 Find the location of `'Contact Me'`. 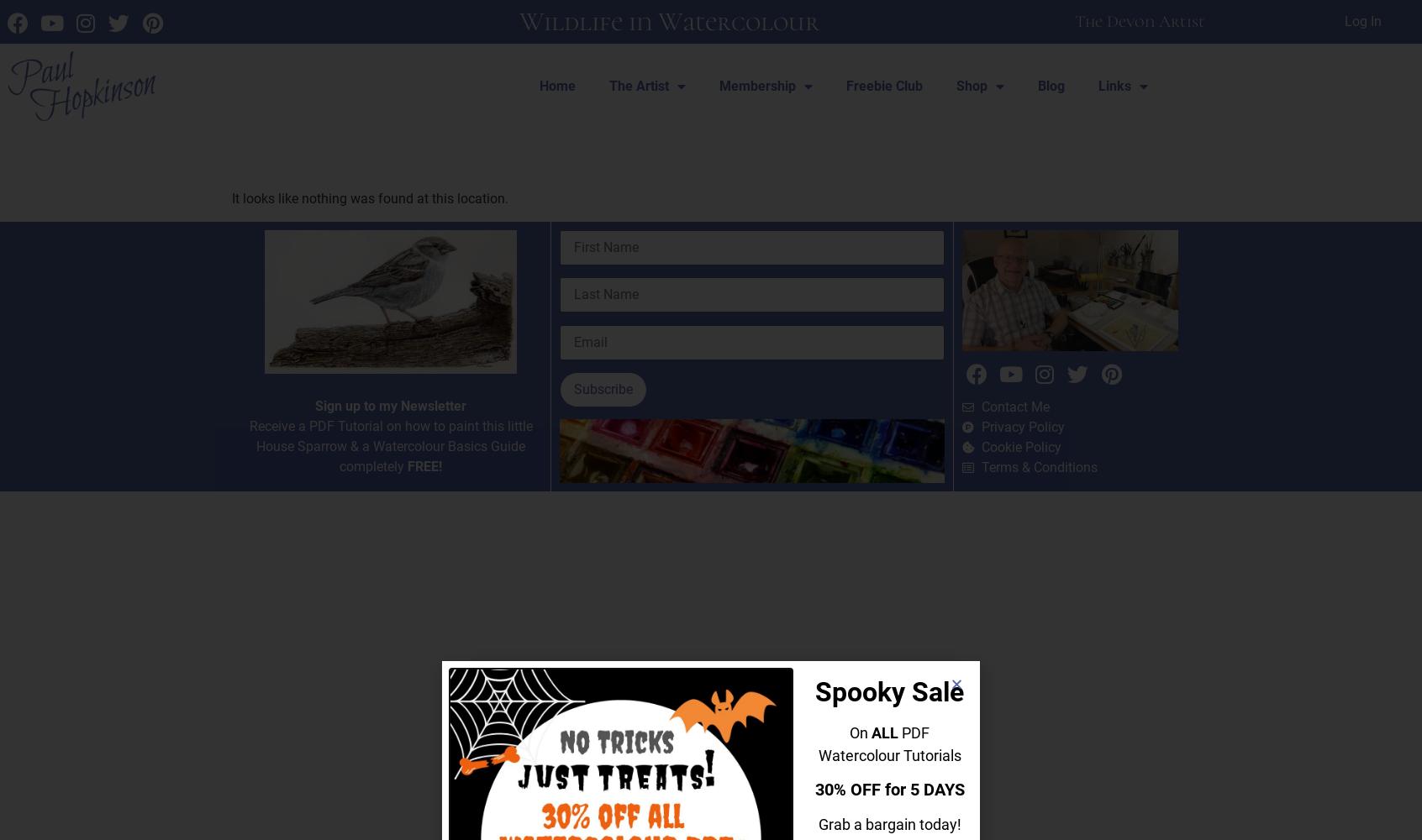

'Contact Me' is located at coordinates (1014, 406).